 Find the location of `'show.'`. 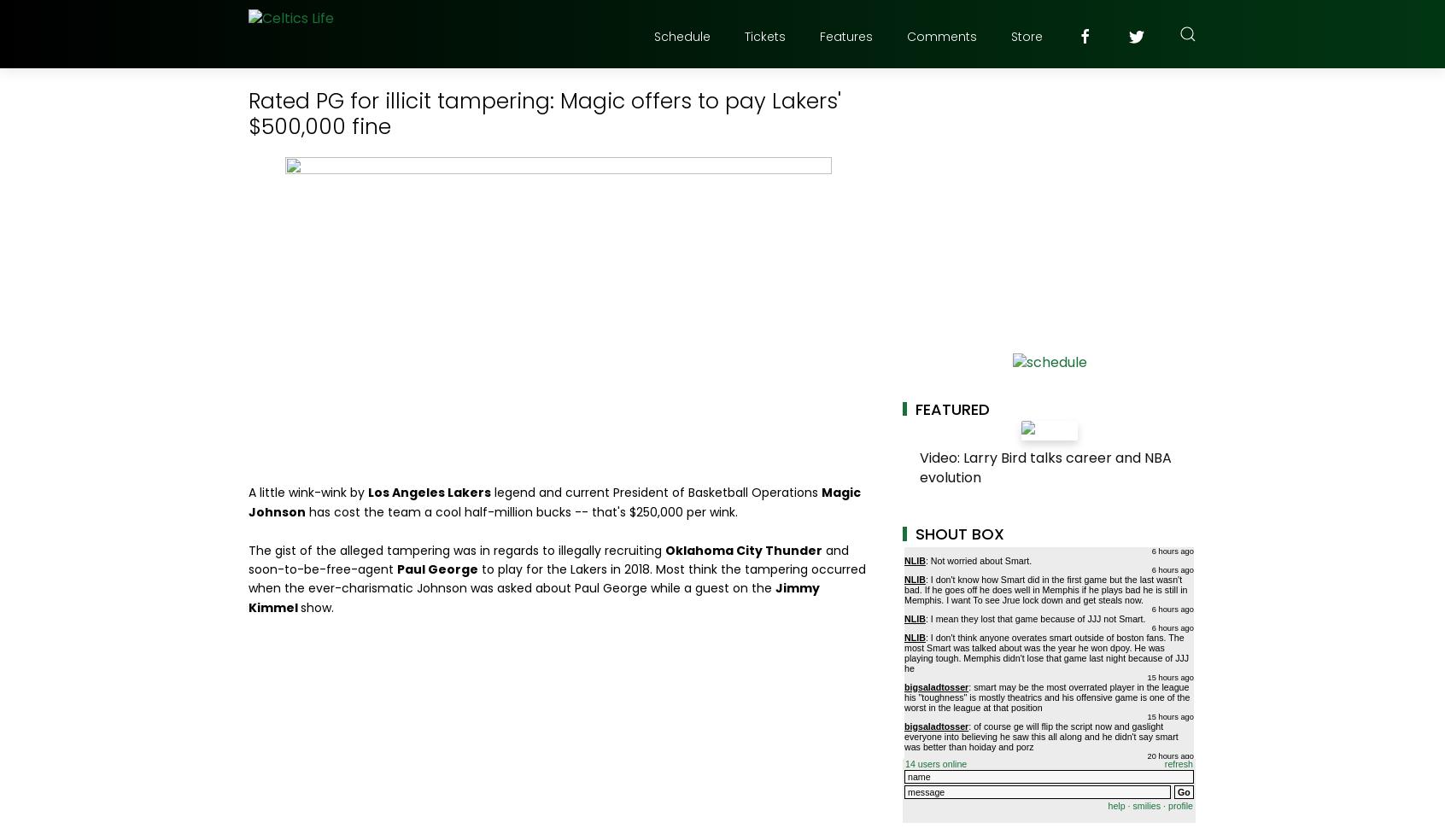

'show.' is located at coordinates (299, 607).